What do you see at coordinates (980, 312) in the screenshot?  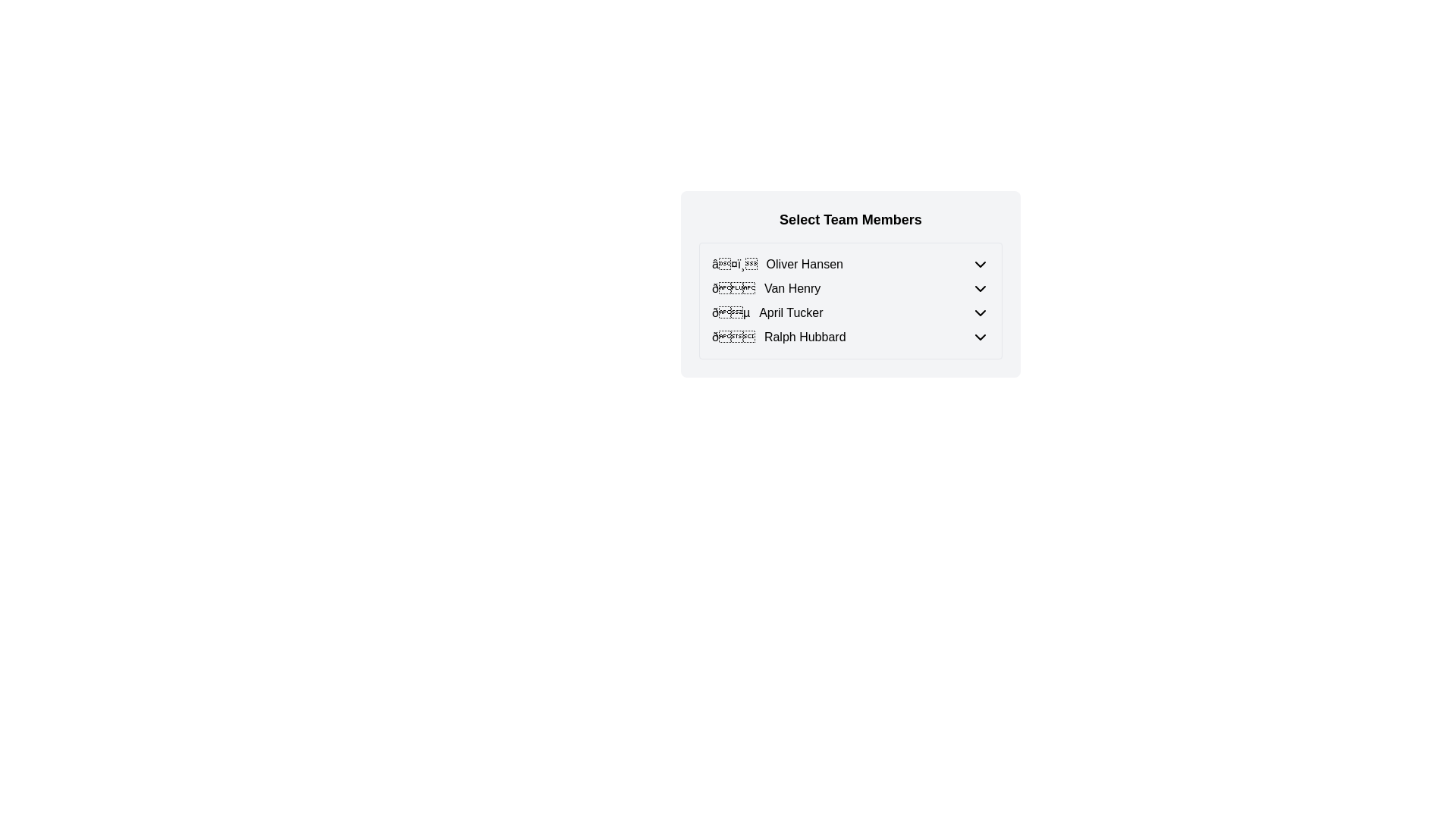 I see `the downward-facing chevron icon` at bounding box center [980, 312].